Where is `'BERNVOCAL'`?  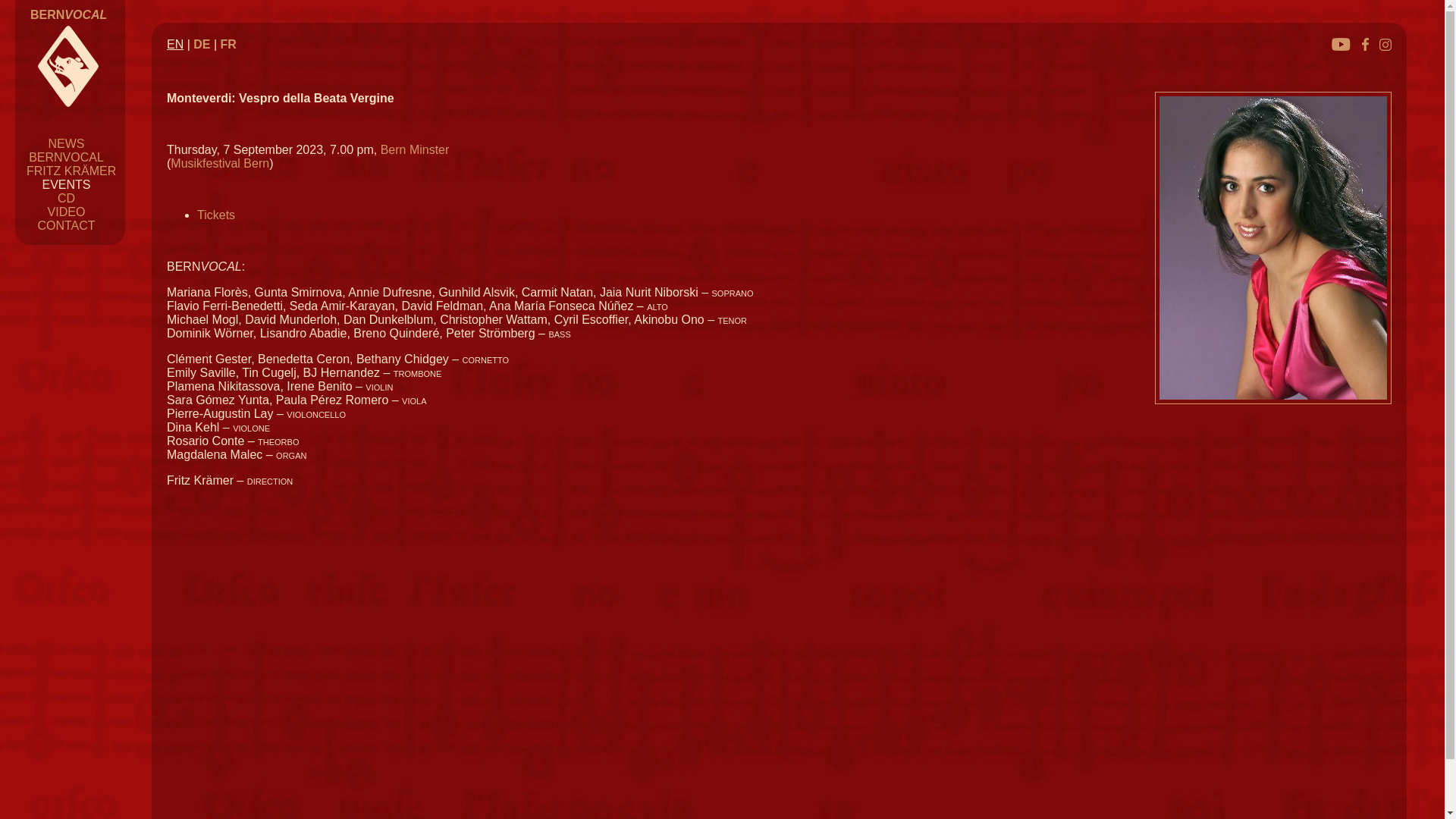 'BERNVOCAL' is located at coordinates (67, 14).